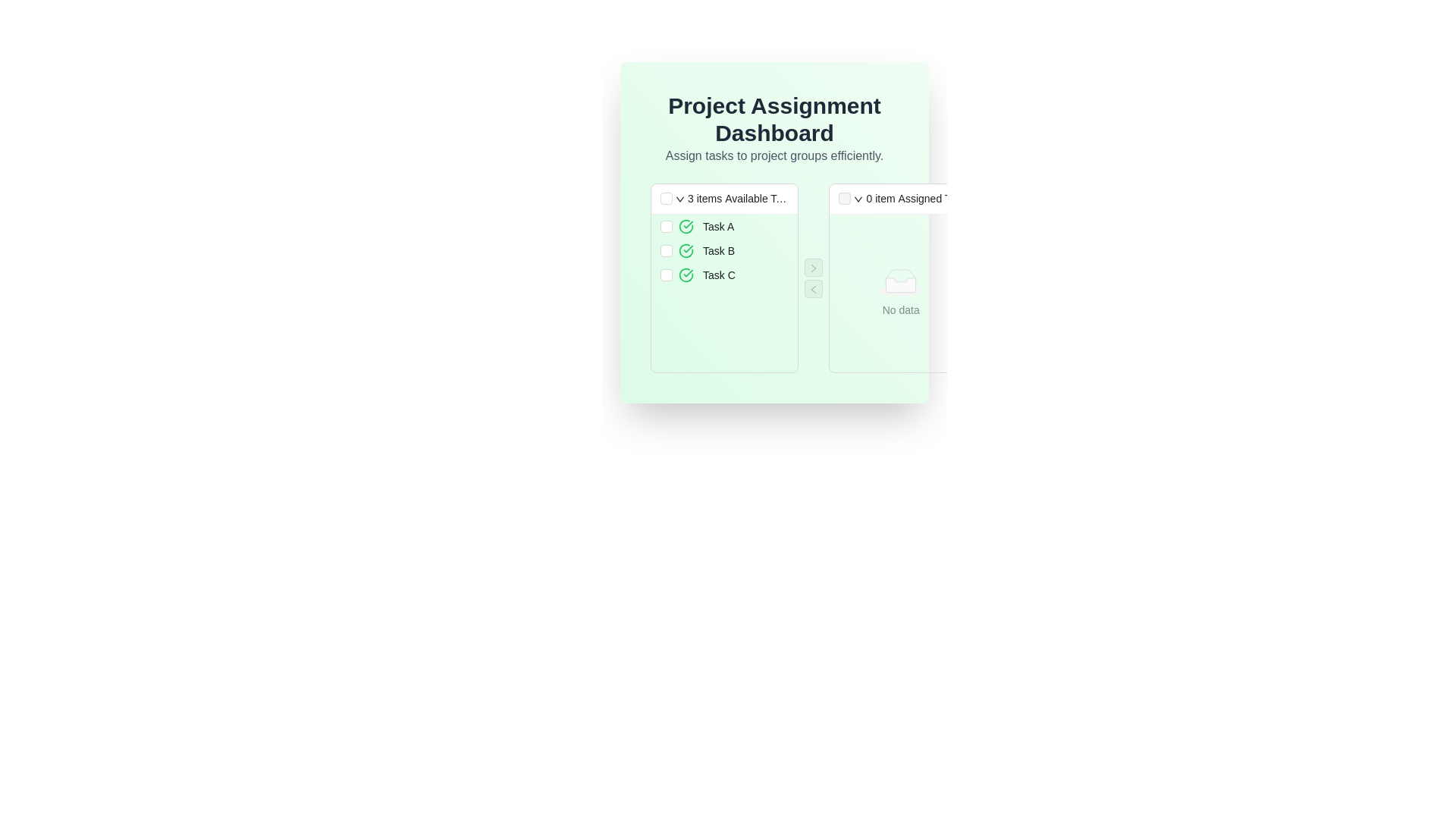 This screenshot has height=819, width=1456. Describe the element at coordinates (686, 227) in the screenshot. I see `the informational icon indicating the successful completion of 'Task A', which is positioned to the left of the associated text in the layout` at that location.